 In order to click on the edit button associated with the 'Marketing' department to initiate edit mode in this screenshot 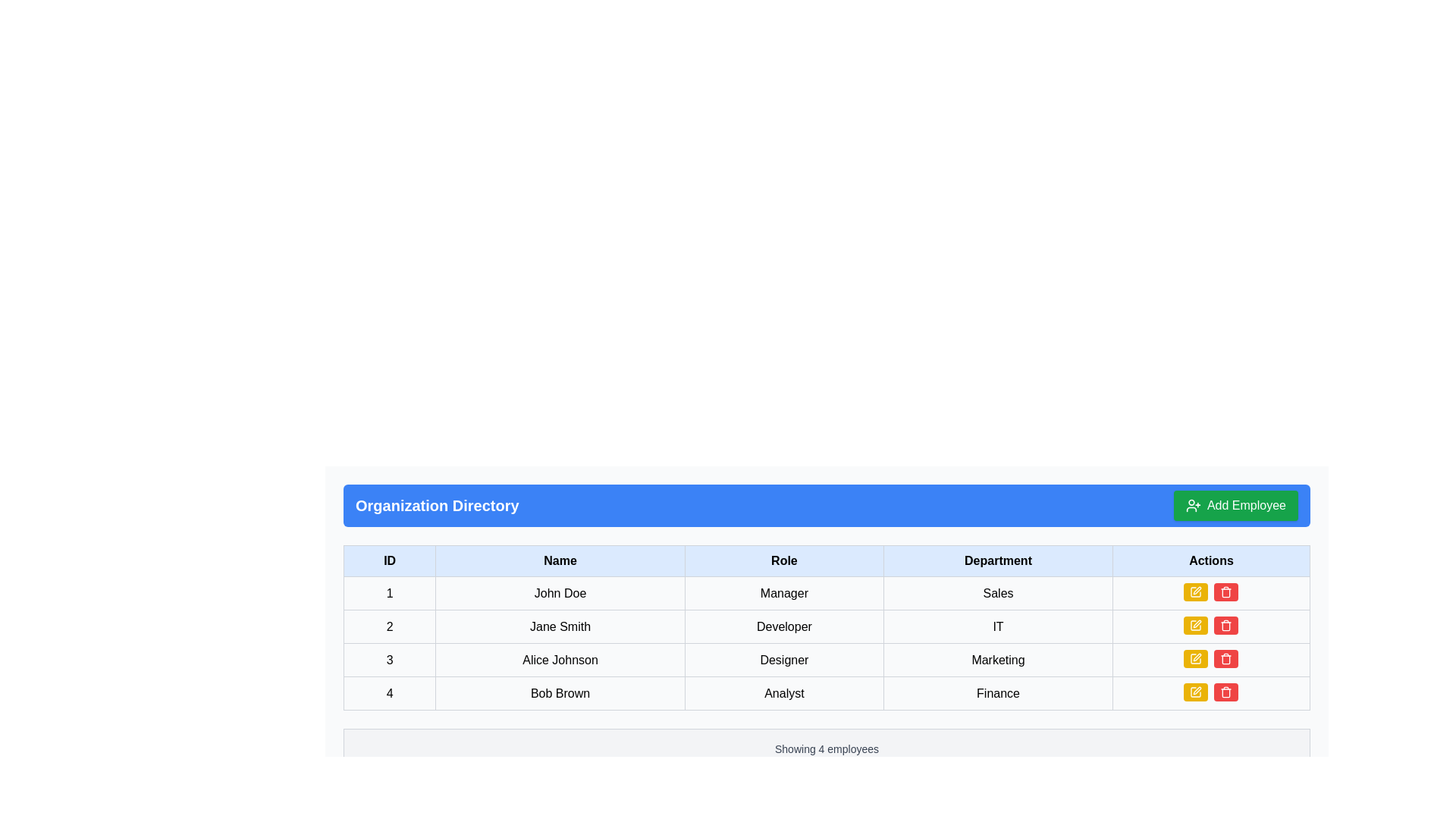, I will do `click(1195, 657)`.